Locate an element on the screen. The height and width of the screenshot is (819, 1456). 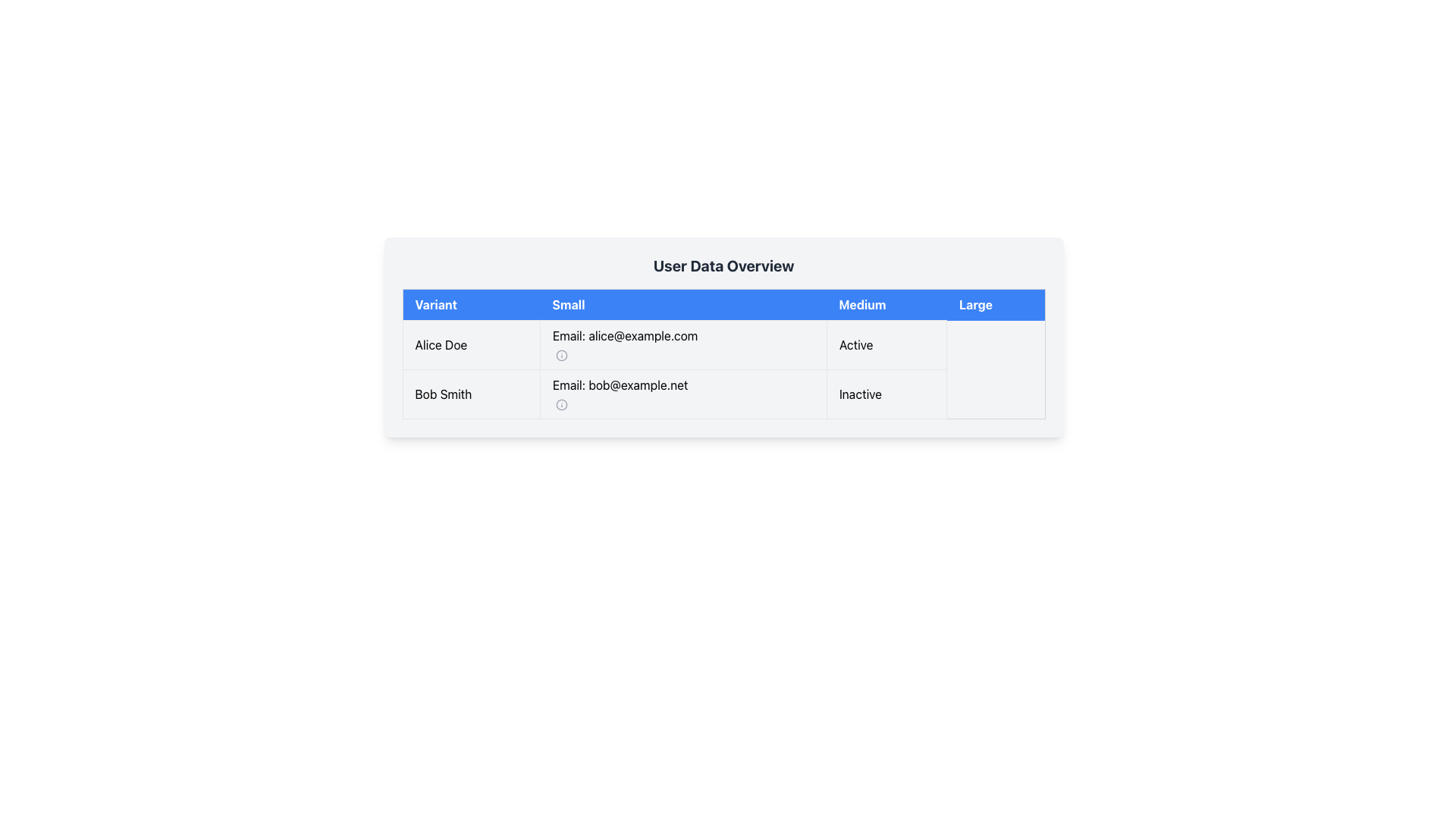
the circular graphical icon located in the 'Small' column of the table for the user 'Bob Smith' is located at coordinates (560, 403).